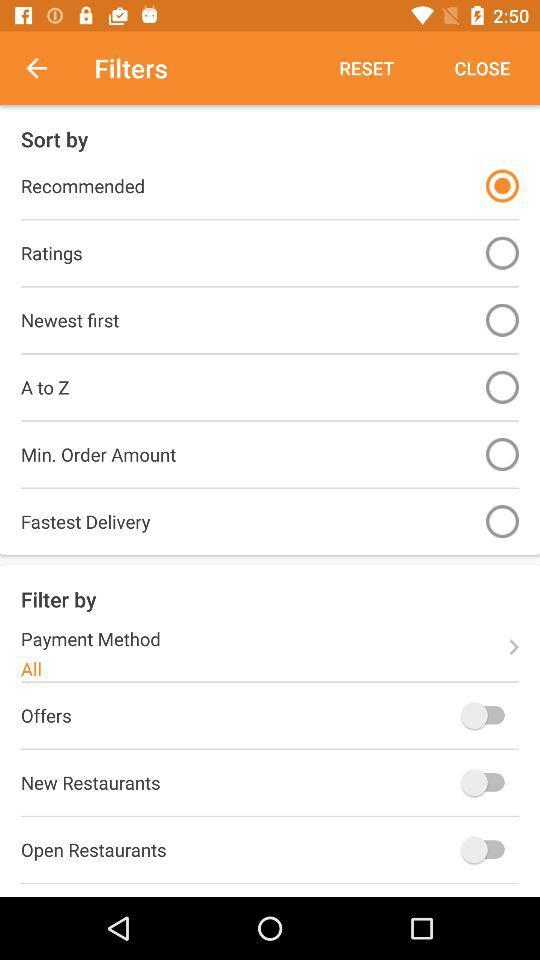 This screenshot has height=960, width=540. I want to click on open restaurants option, so click(486, 848).